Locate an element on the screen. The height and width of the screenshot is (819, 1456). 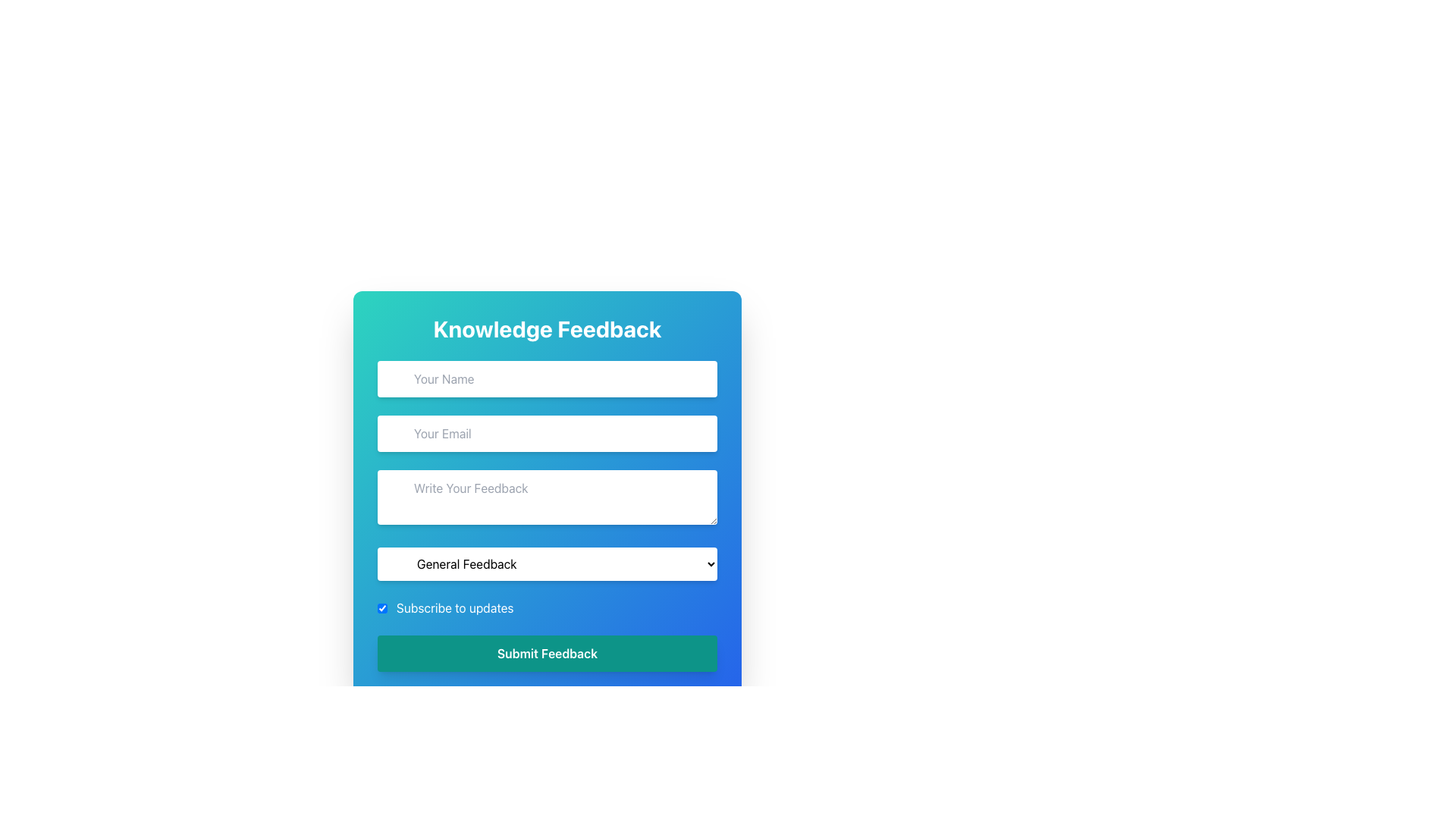
header text 'Knowledge Feedback' which is styled in bold, large-sized, white font, positioned at the top center of the feedback form panel is located at coordinates (546, 328).